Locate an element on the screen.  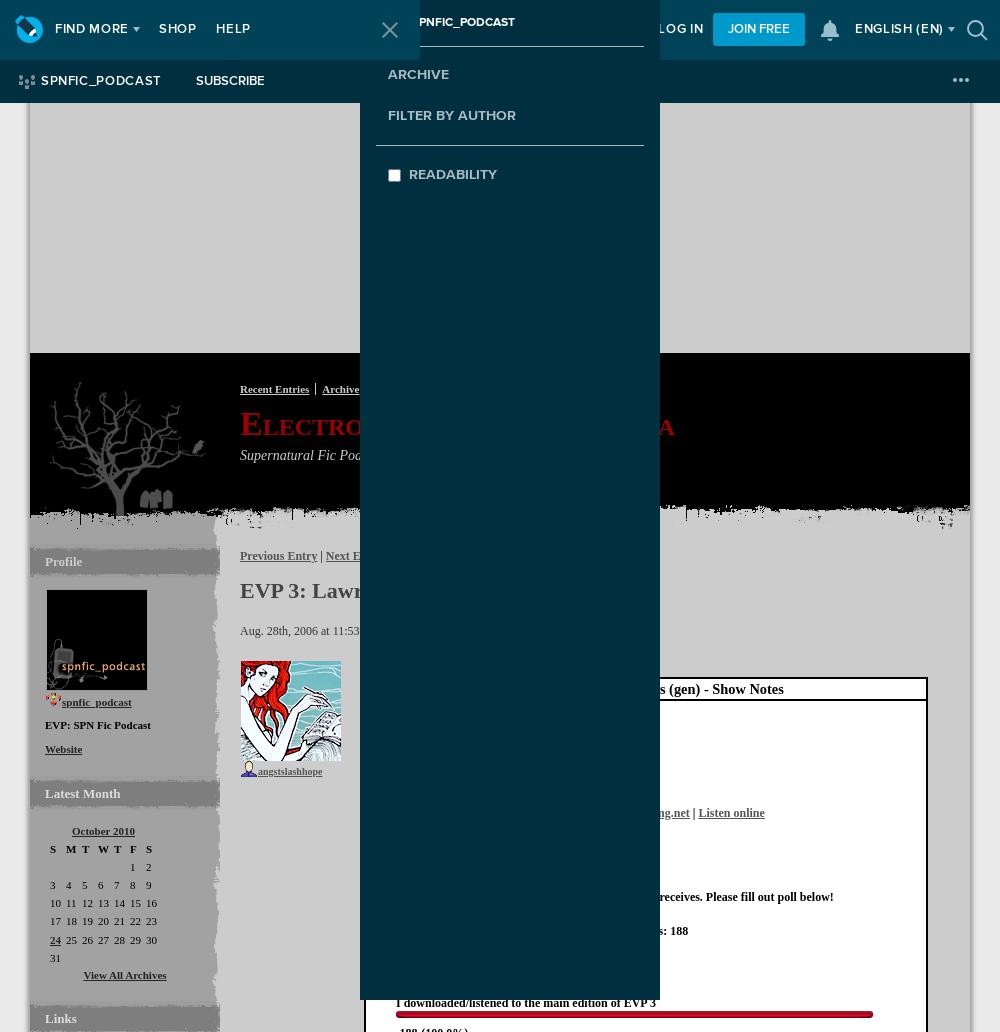
'25' is located at coordinates (70, 938).